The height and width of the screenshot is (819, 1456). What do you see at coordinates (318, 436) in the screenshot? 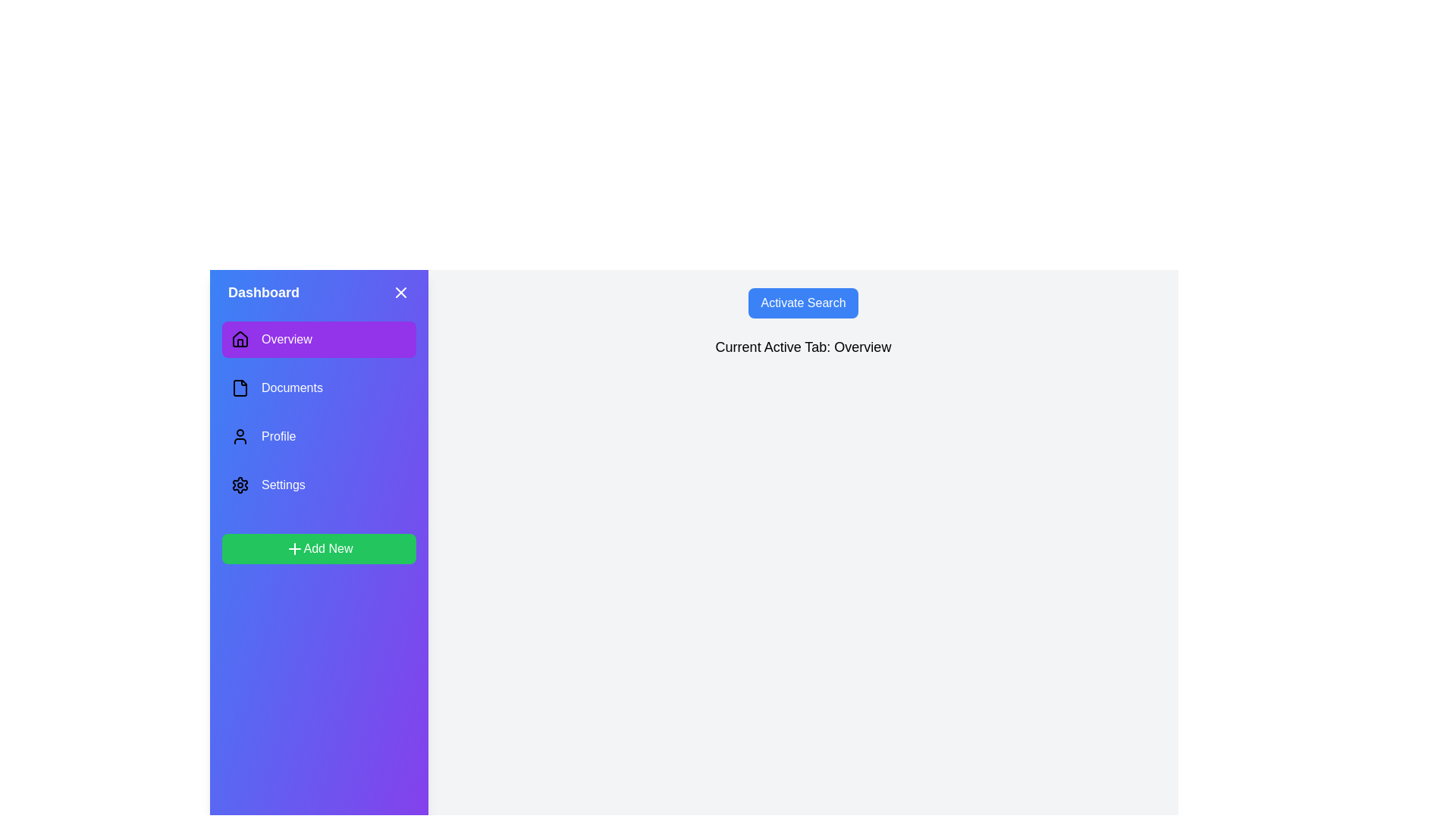
I see `the third item in the vertical navigation menu, which links to the 'Profile' section of the application` at bounding box center [318, 436].